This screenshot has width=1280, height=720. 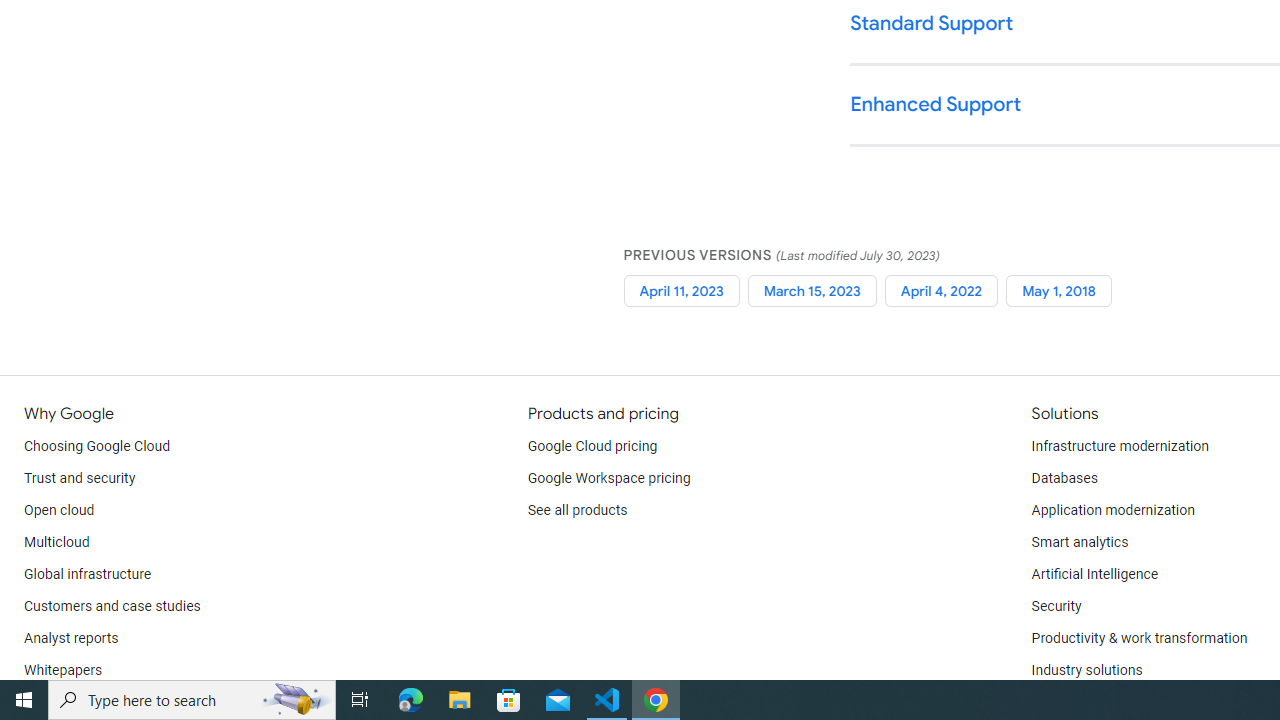 What do you see at coordinates (812, 290) in the screenshot?
I see `'March 15, 2023'` at bounding box center [812, 290].